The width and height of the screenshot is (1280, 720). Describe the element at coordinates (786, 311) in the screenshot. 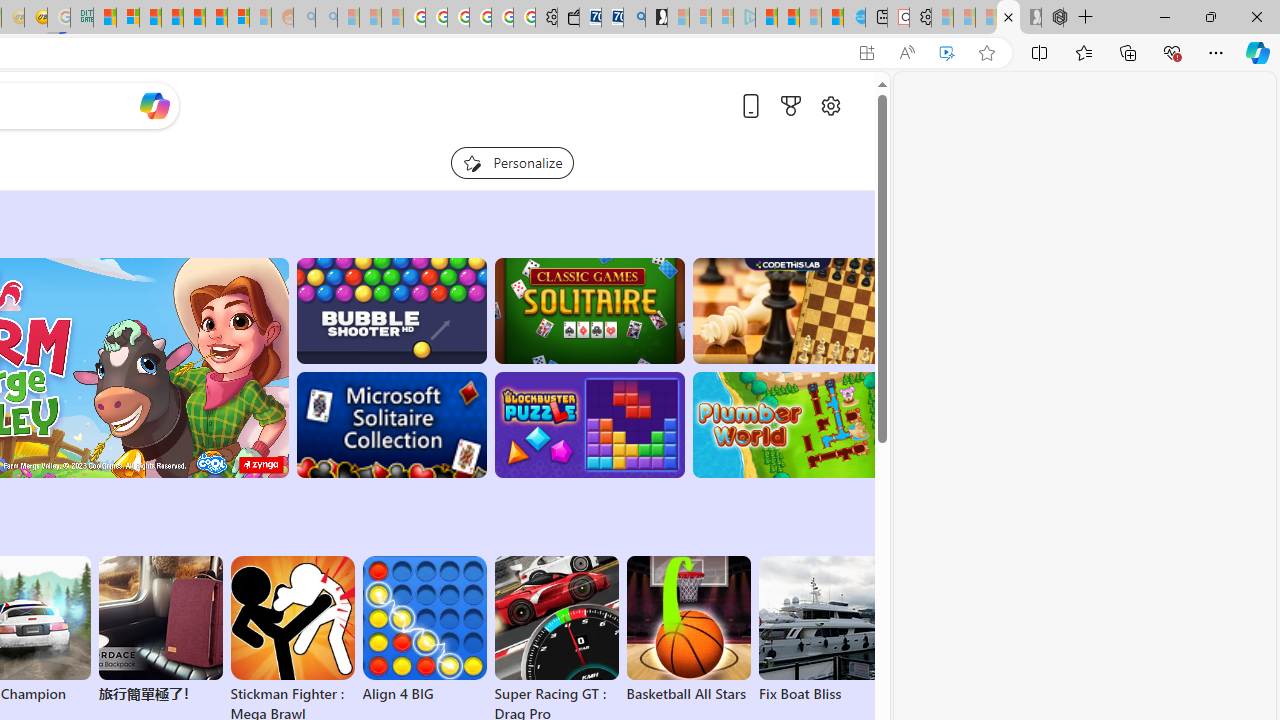

I see `'Master Chess'` at that location.